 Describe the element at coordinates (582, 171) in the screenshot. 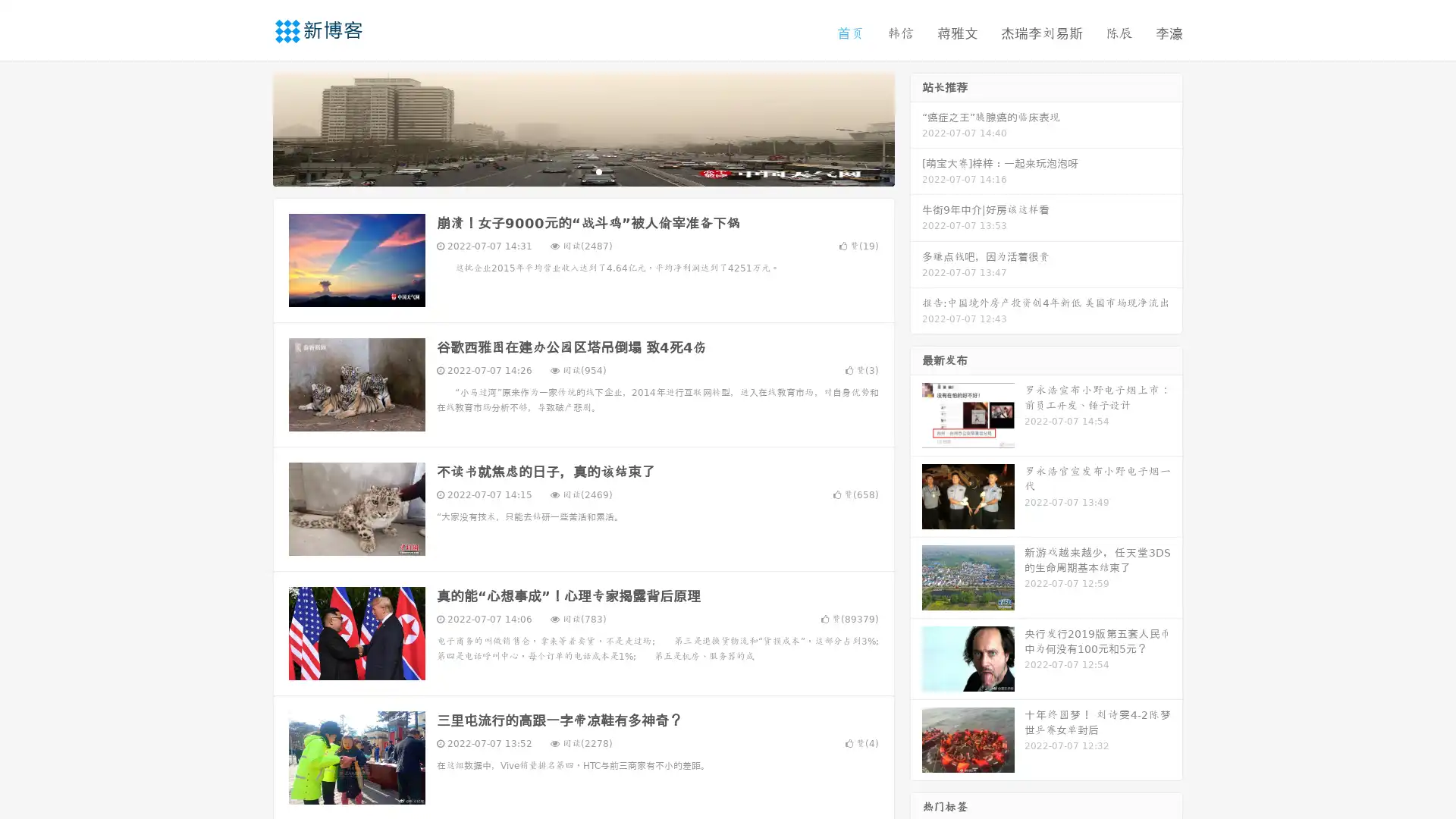

I see `Go to slide 2` at that location.